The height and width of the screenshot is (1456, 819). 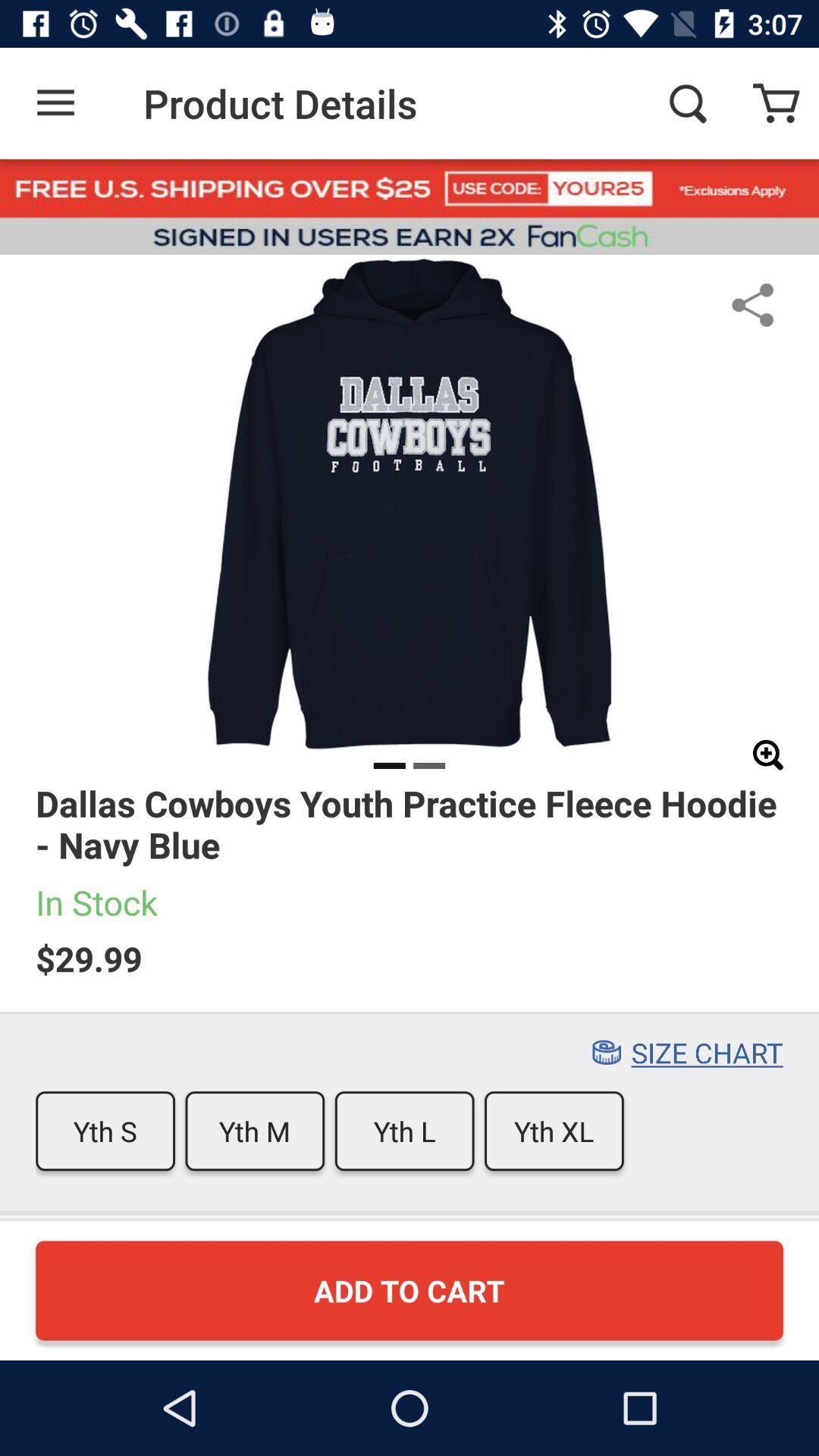 What do you see at coordinates (554, 1131) in the screenshot?
I see `the yth xl icon` at bounding box center [554, 1131].